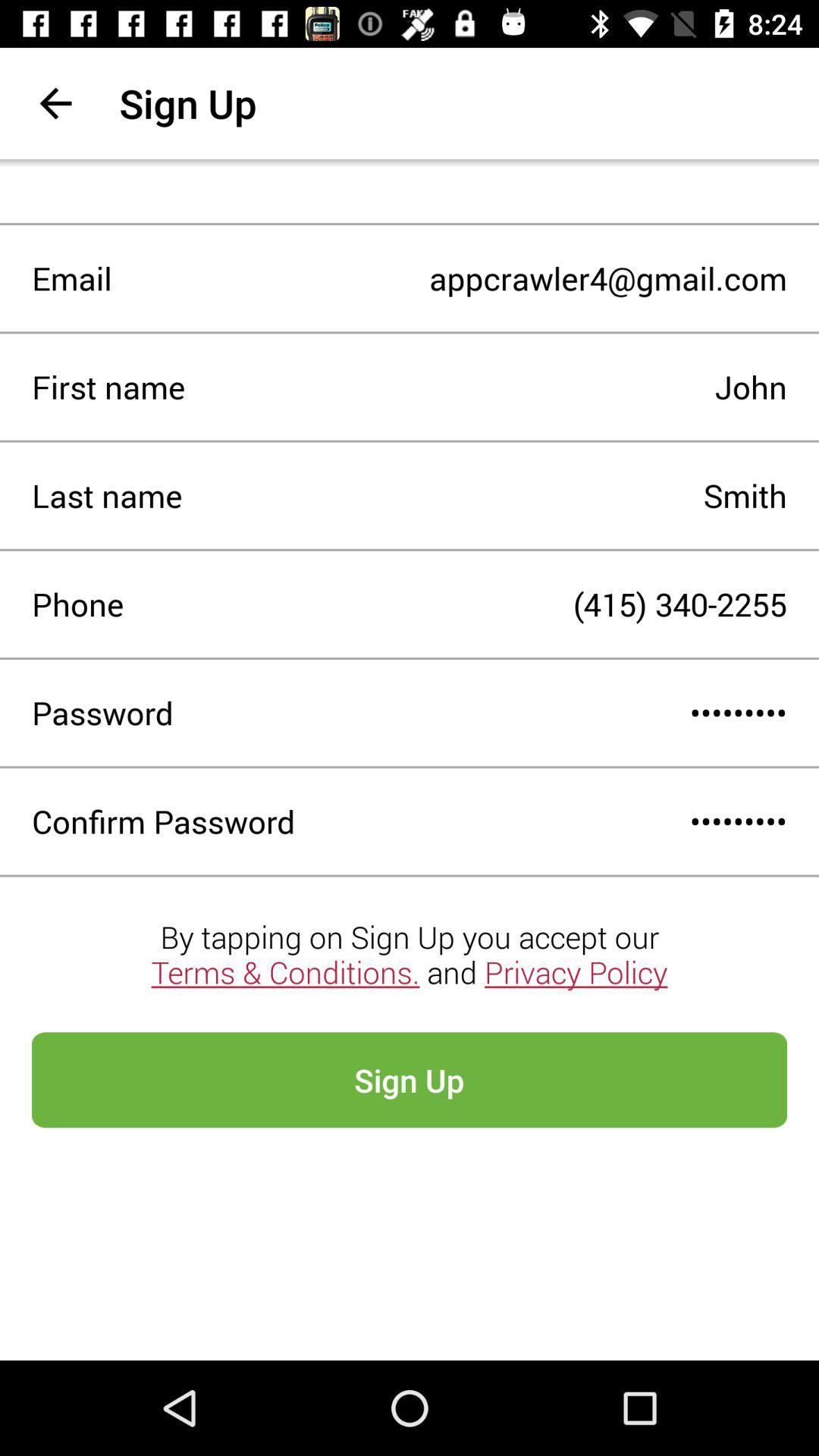  Describe the element at coordinates (55, 102) in the screenshot. I see `the icon next to sign up icon` at that location.